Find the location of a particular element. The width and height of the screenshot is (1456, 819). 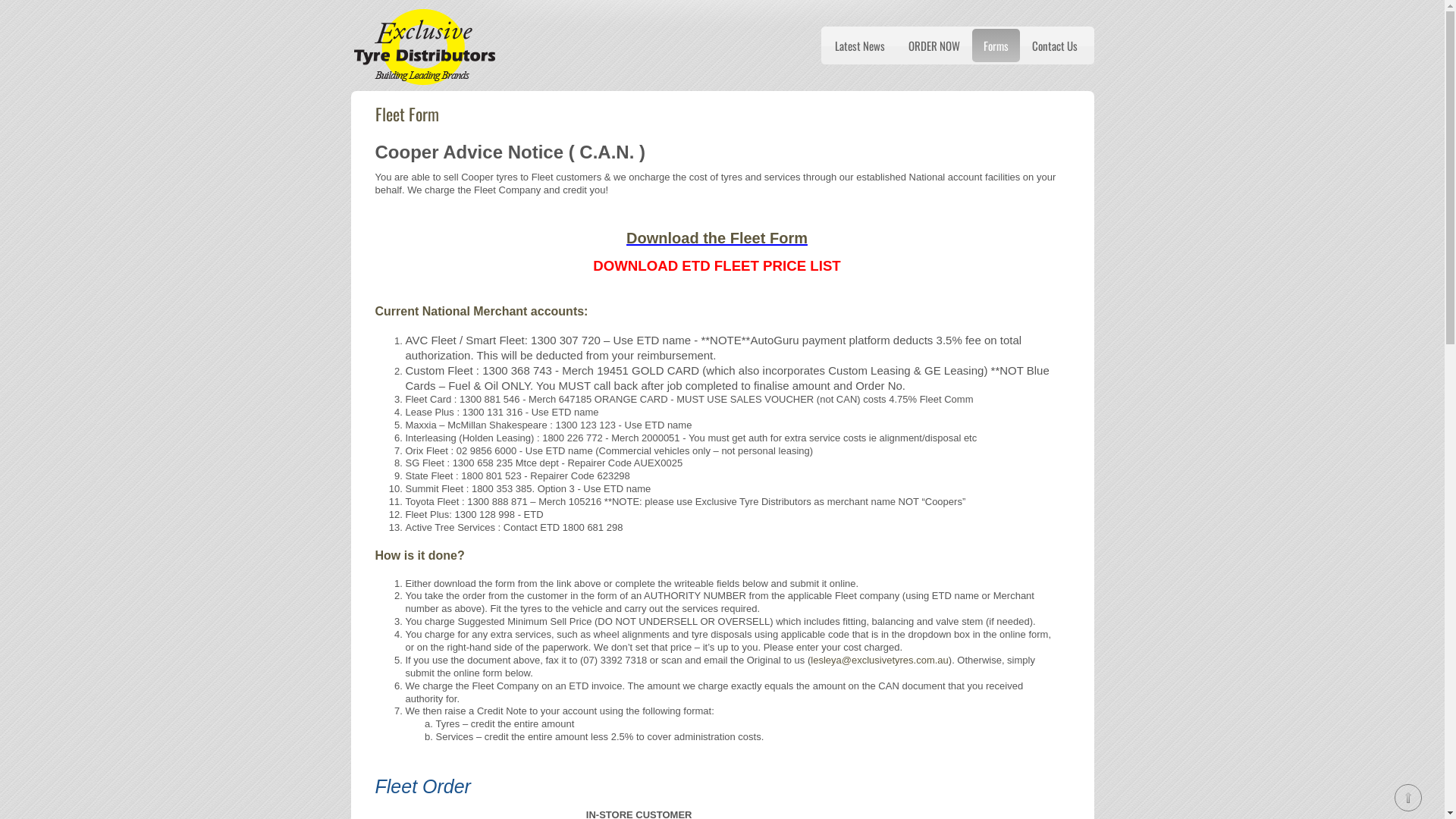

'lesleya@exclusivetyres.com.au' is located at coordinates (810, 659).